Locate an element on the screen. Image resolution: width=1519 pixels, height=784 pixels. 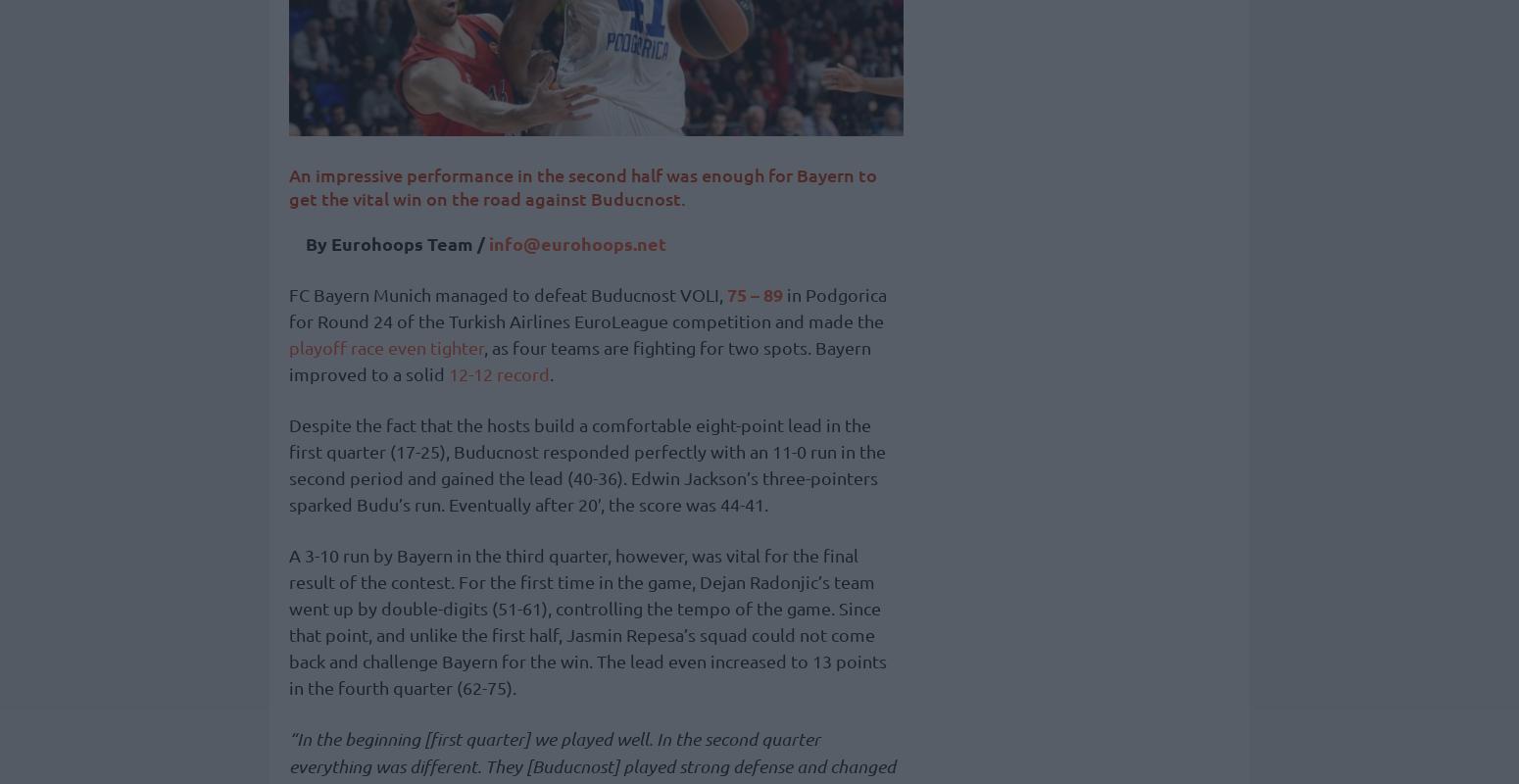
'playoff race even tighter' is located at coordinates (288, 347).